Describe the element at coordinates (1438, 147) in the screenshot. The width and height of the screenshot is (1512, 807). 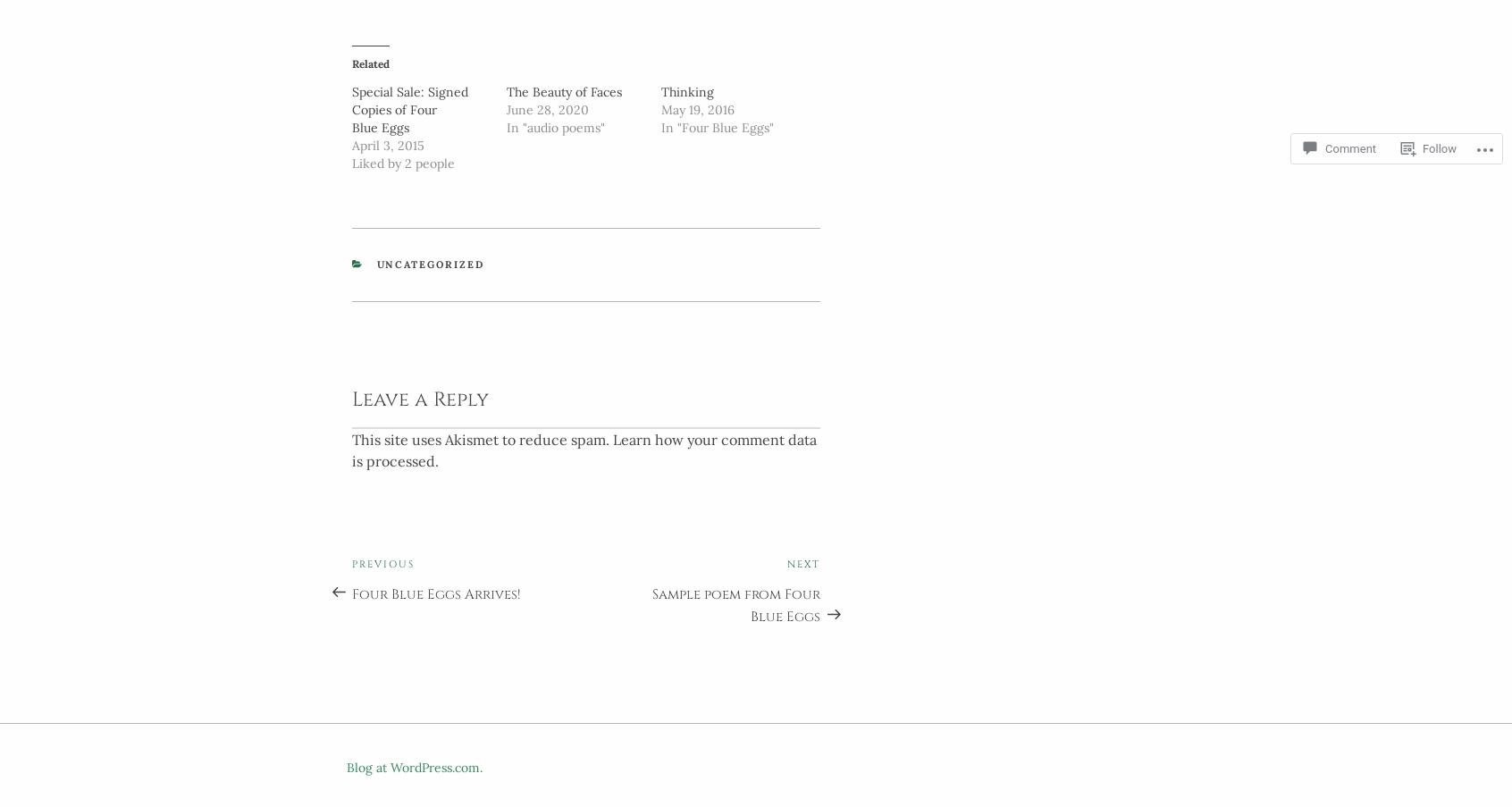
I see `'Follow'` at that location.